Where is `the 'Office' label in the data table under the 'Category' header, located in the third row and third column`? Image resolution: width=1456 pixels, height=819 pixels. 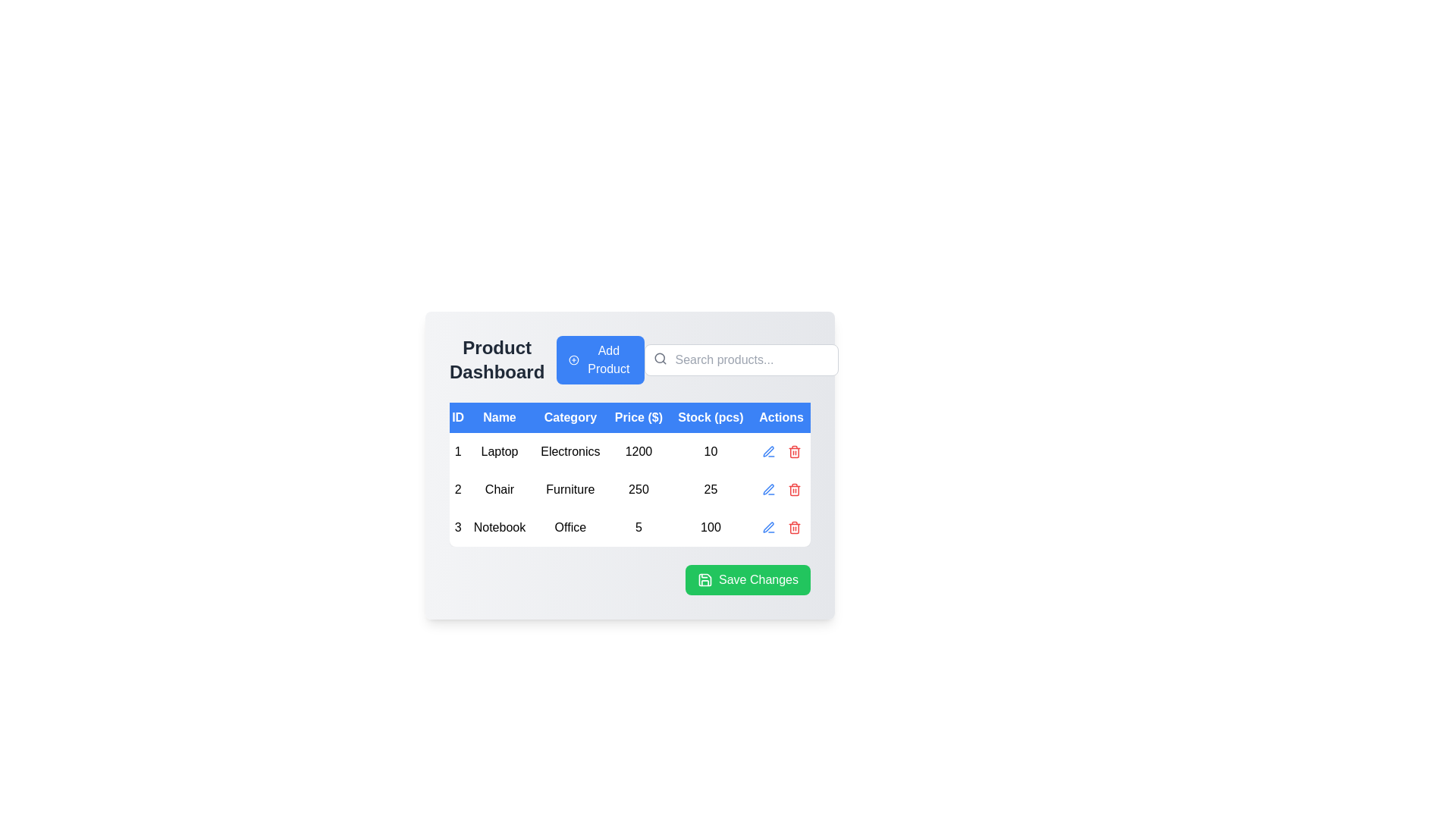 the 'Office' label in the data table under the 'Category' header, located in the third row and third column is located at coordinates (570, 526).